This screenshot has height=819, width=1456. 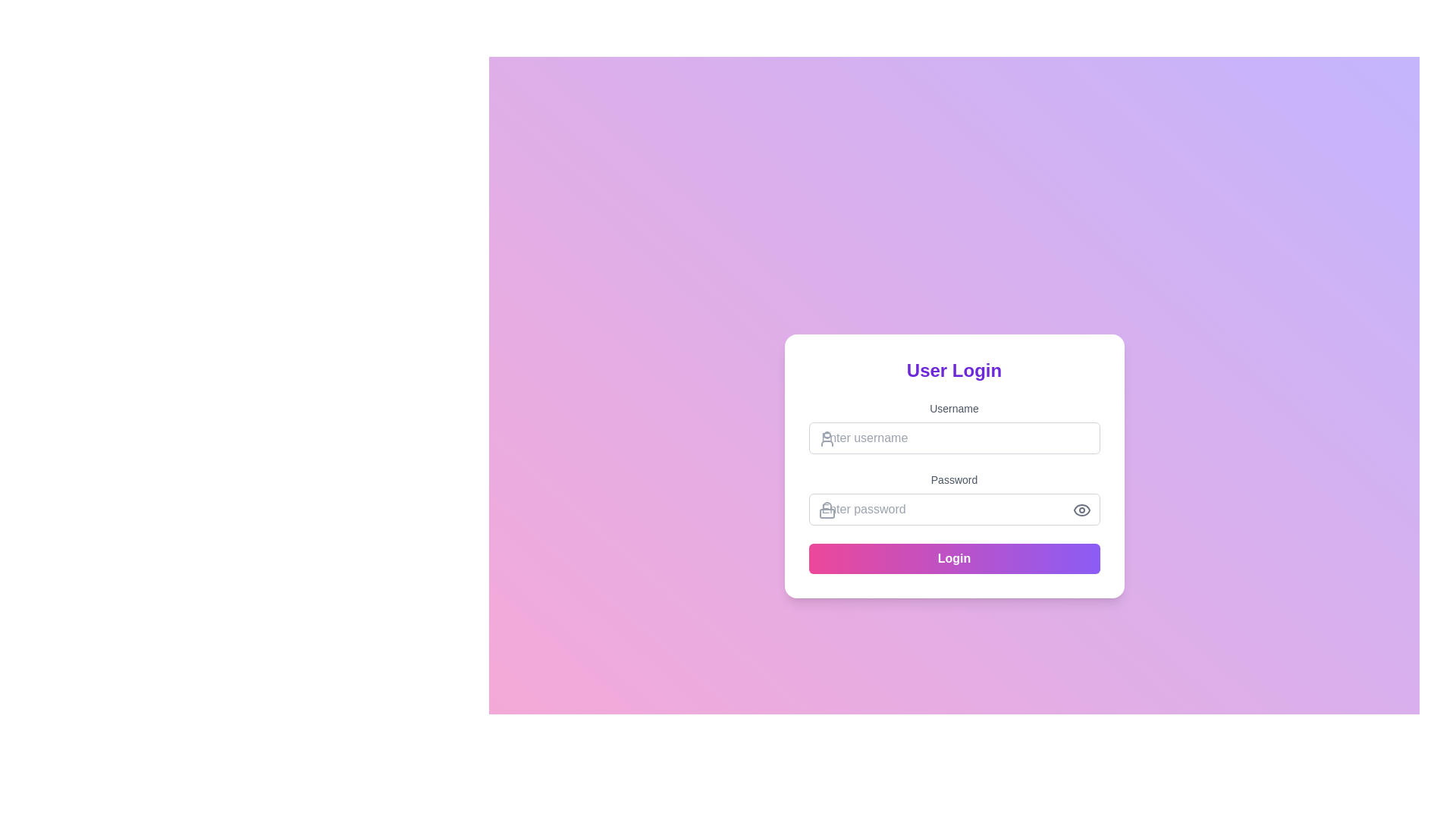 What do you see at coordinates (953, 479) in the screenshot?
I see `the text label displaying 'Password', which is styled in gray and positioned above the password input field in the centered form` at bounding box center [953, 479].